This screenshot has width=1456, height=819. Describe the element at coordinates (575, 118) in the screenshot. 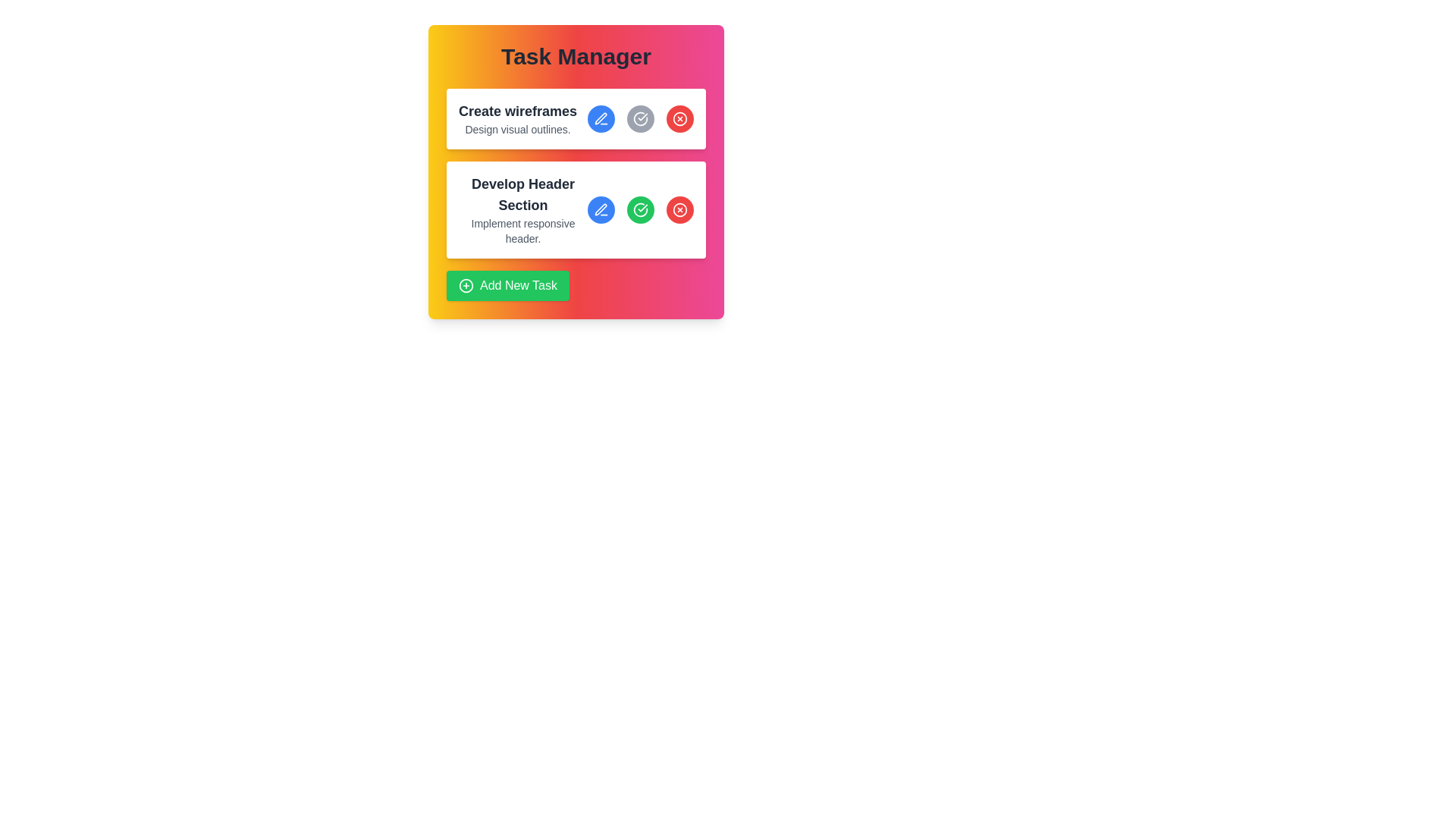

I see `the complete button located on the right side of the Task block labeled 'Create wireframes' to mark the task as done` at that location.